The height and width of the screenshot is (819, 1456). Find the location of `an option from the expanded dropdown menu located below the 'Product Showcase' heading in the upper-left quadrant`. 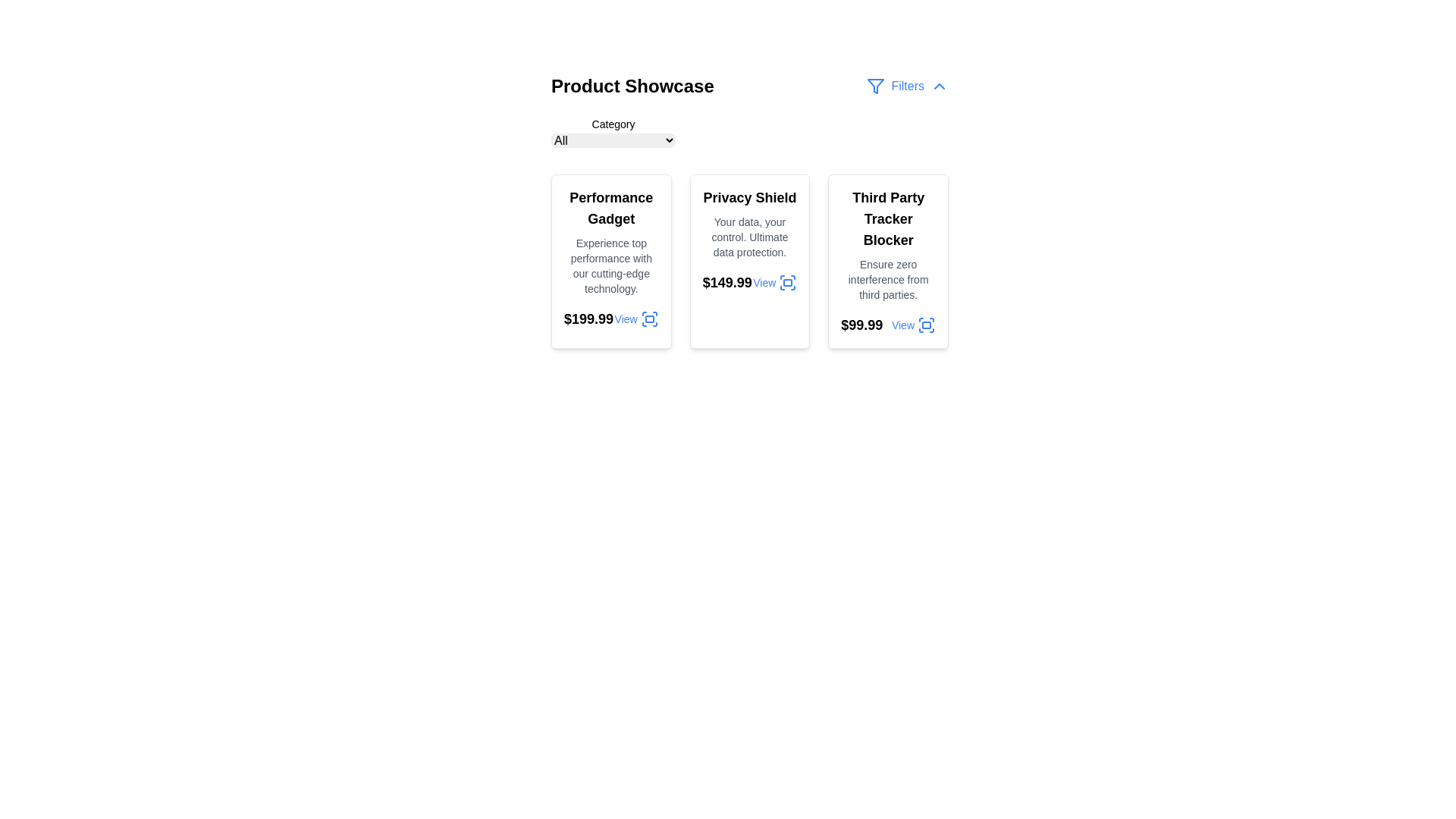

an option from the expanded dropdown menu located below the 'Product Showcase' heading in the upper-left quadrant is located at coordinates (613, 133).